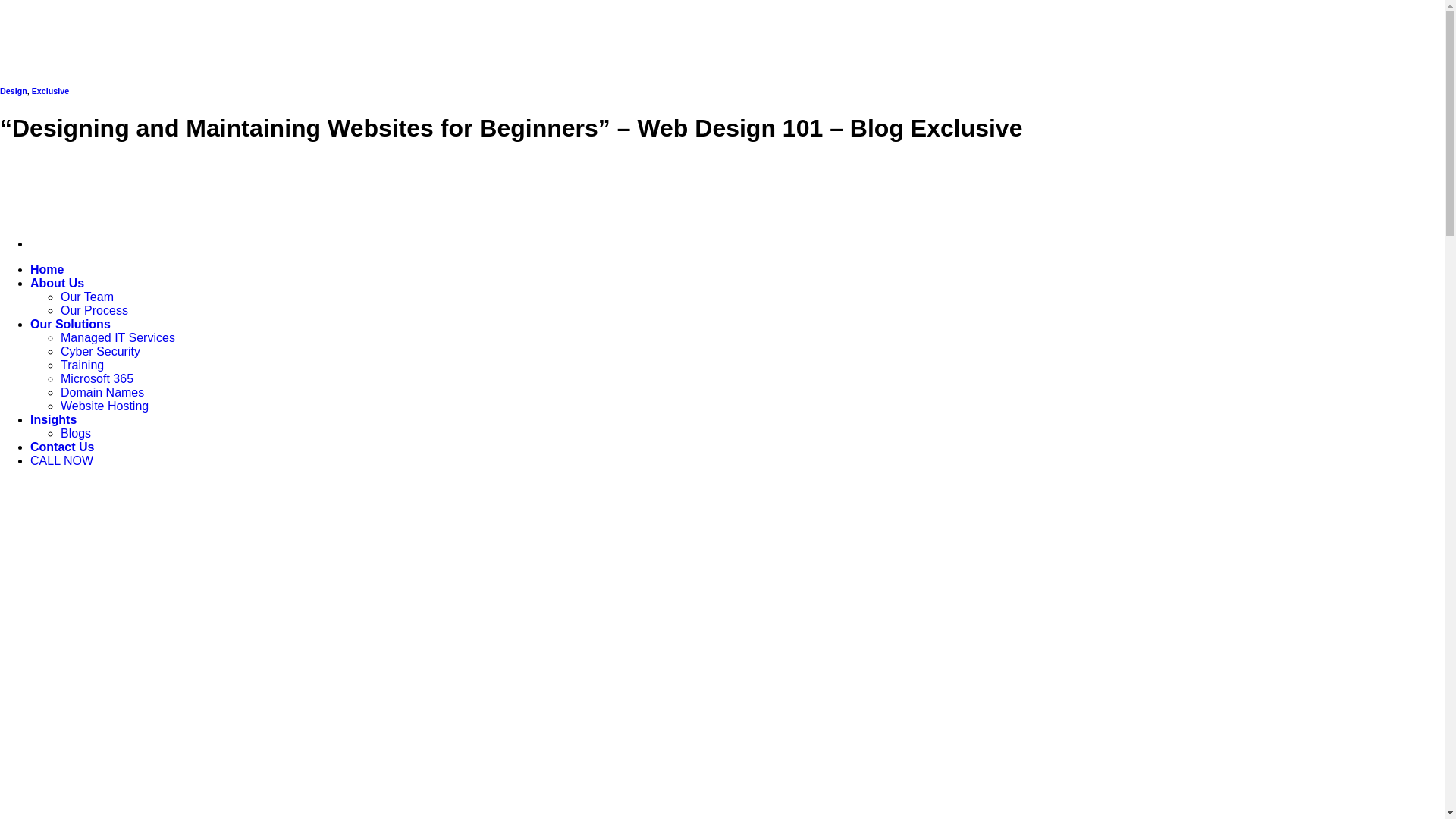 The image size is (1456, 819). Describe the element at coordinates (30, 323) in the screenshot. I see `'Our Solutions'` at that location.